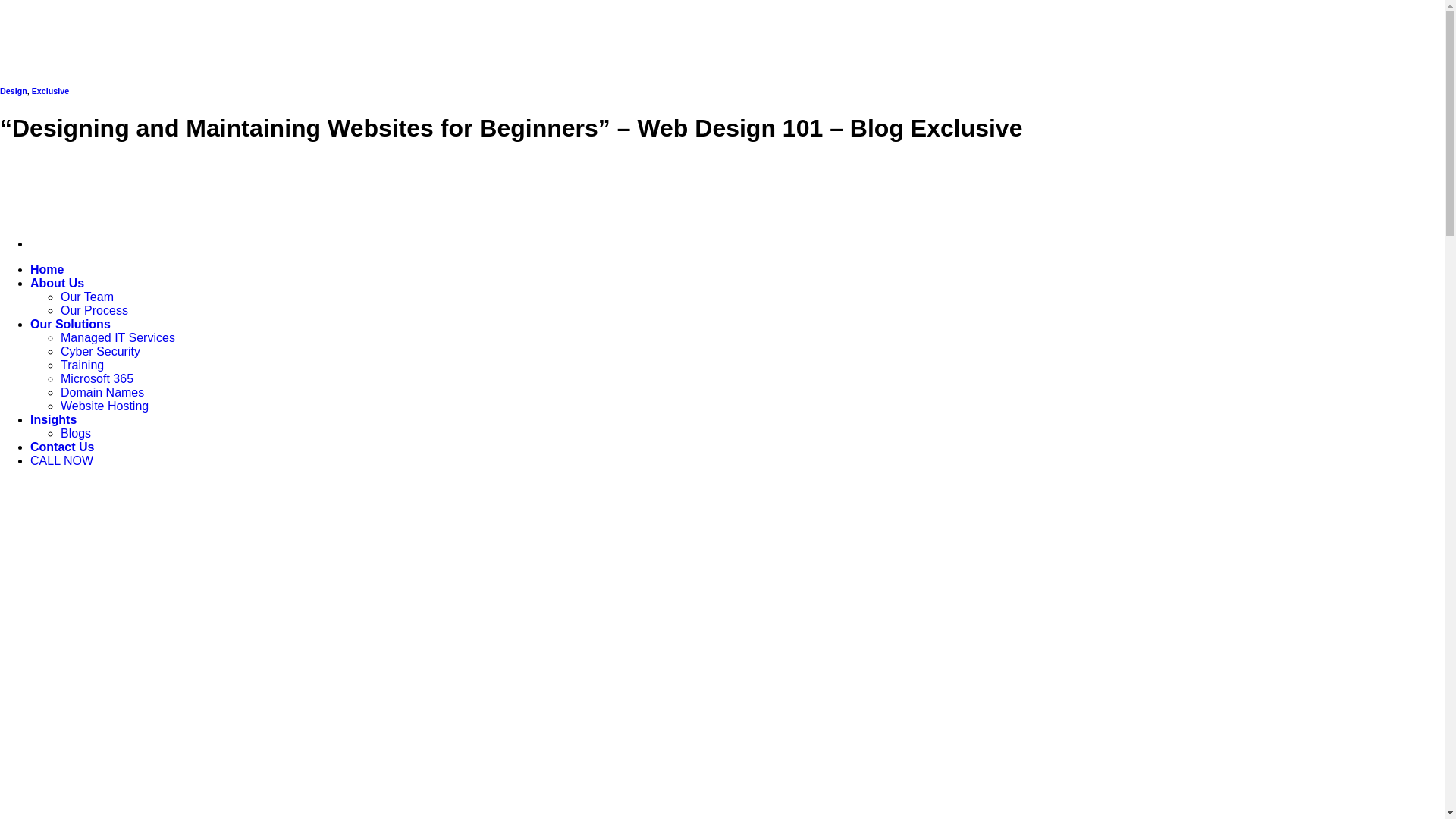 The image size is (1456, 819). Describe the element at coordinates (30, 323) in the screenshot. I see `'Our Solutions'` at that location.